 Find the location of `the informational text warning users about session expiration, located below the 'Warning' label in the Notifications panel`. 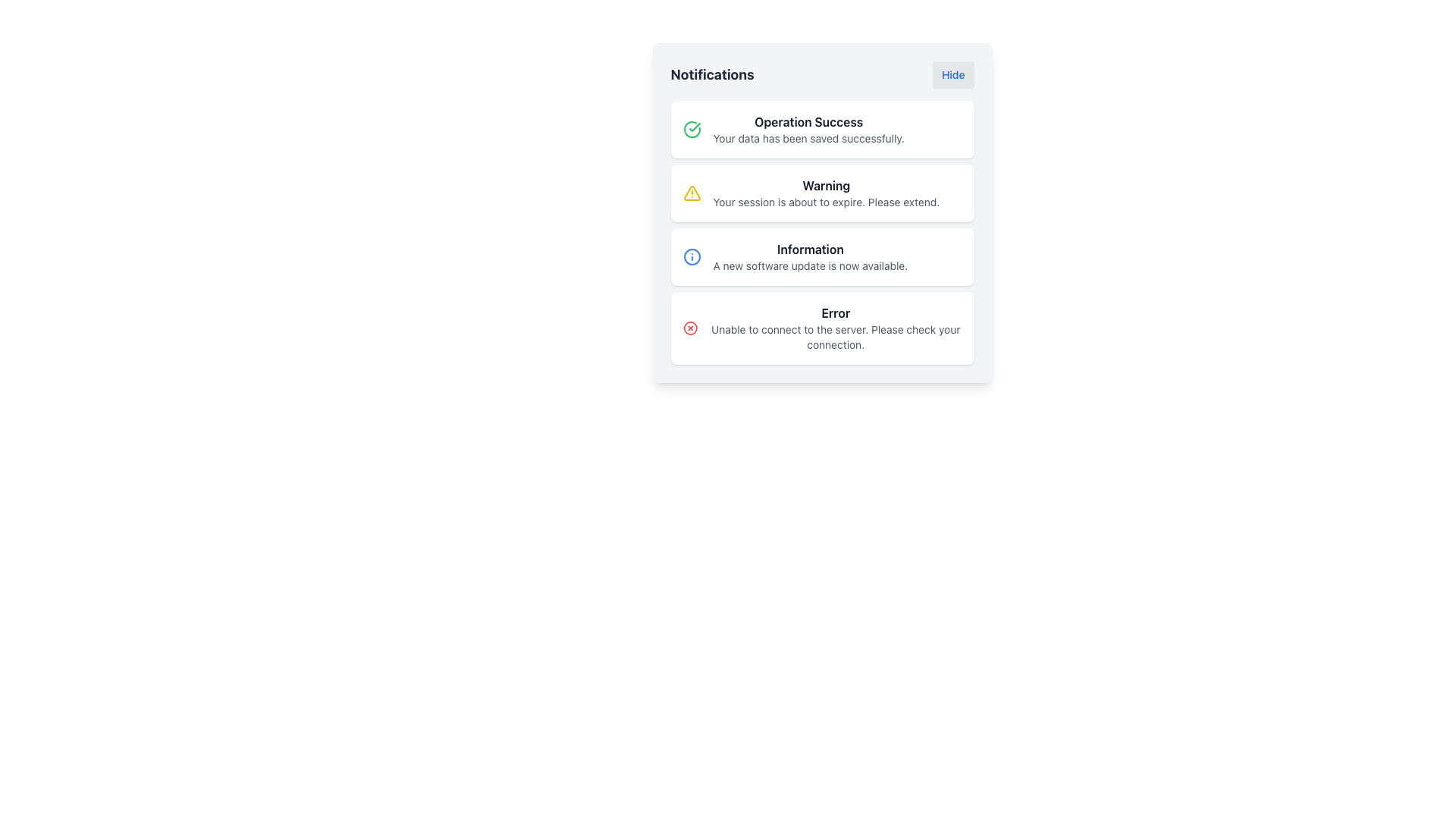

the informational text warning users about session expiration, located below the 'Warning' label in the Notifications panel is located at coordinates (825, 201).